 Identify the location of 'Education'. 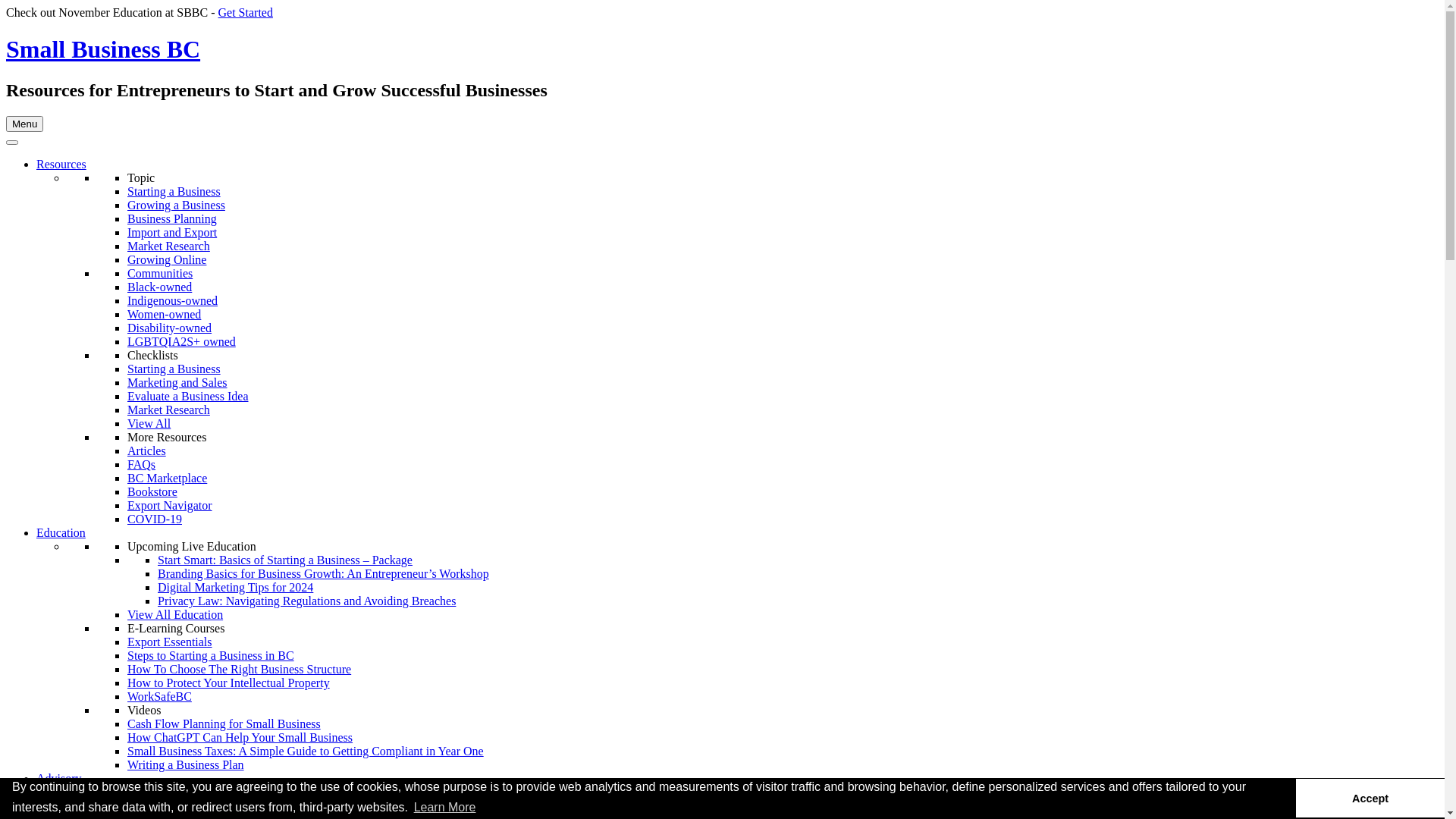
(61, 532).